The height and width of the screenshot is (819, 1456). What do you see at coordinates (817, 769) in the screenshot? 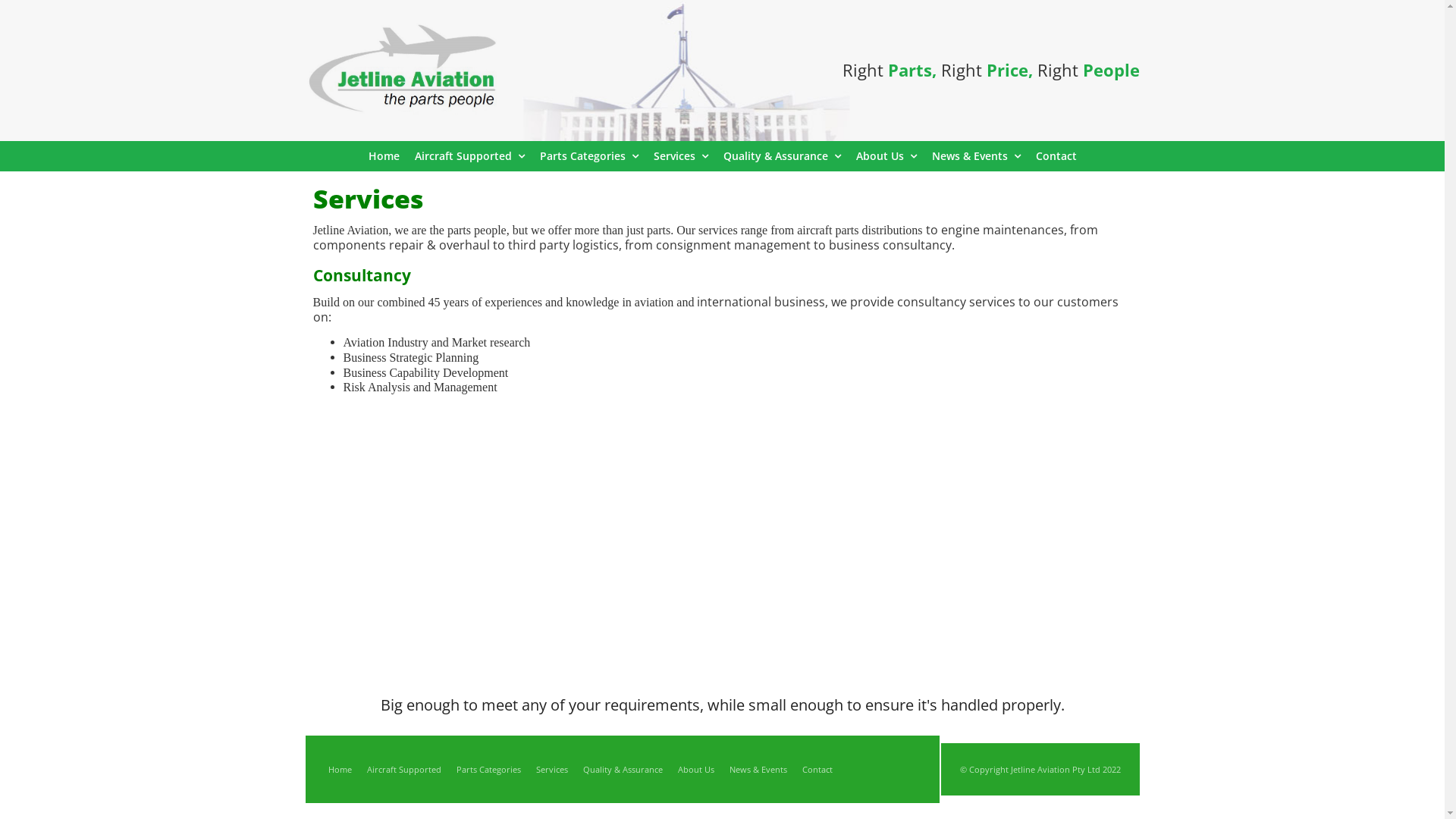
I see `'Contact'` at bounding box center [817, 769].